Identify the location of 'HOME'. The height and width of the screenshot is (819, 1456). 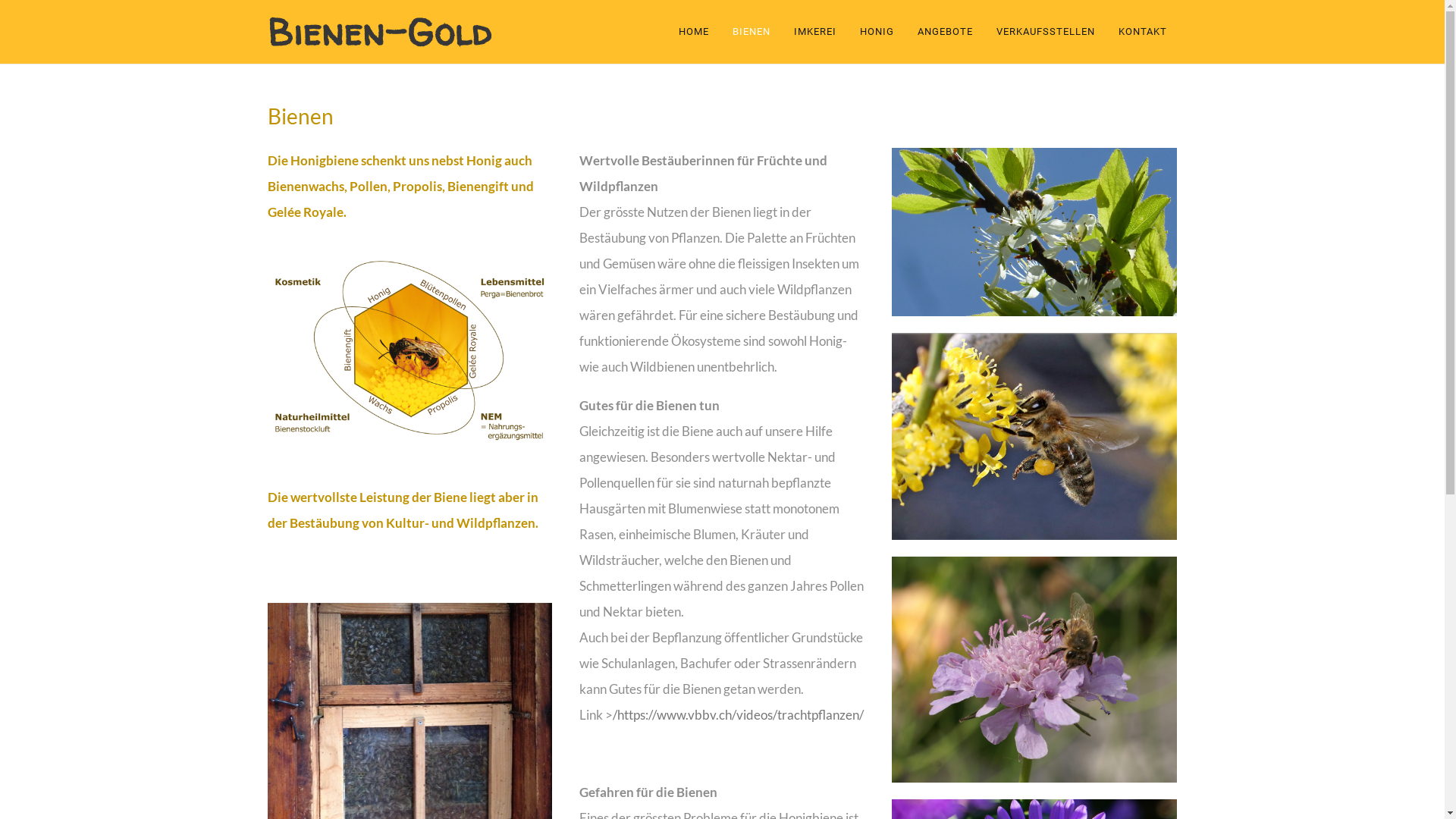
(698, 32).